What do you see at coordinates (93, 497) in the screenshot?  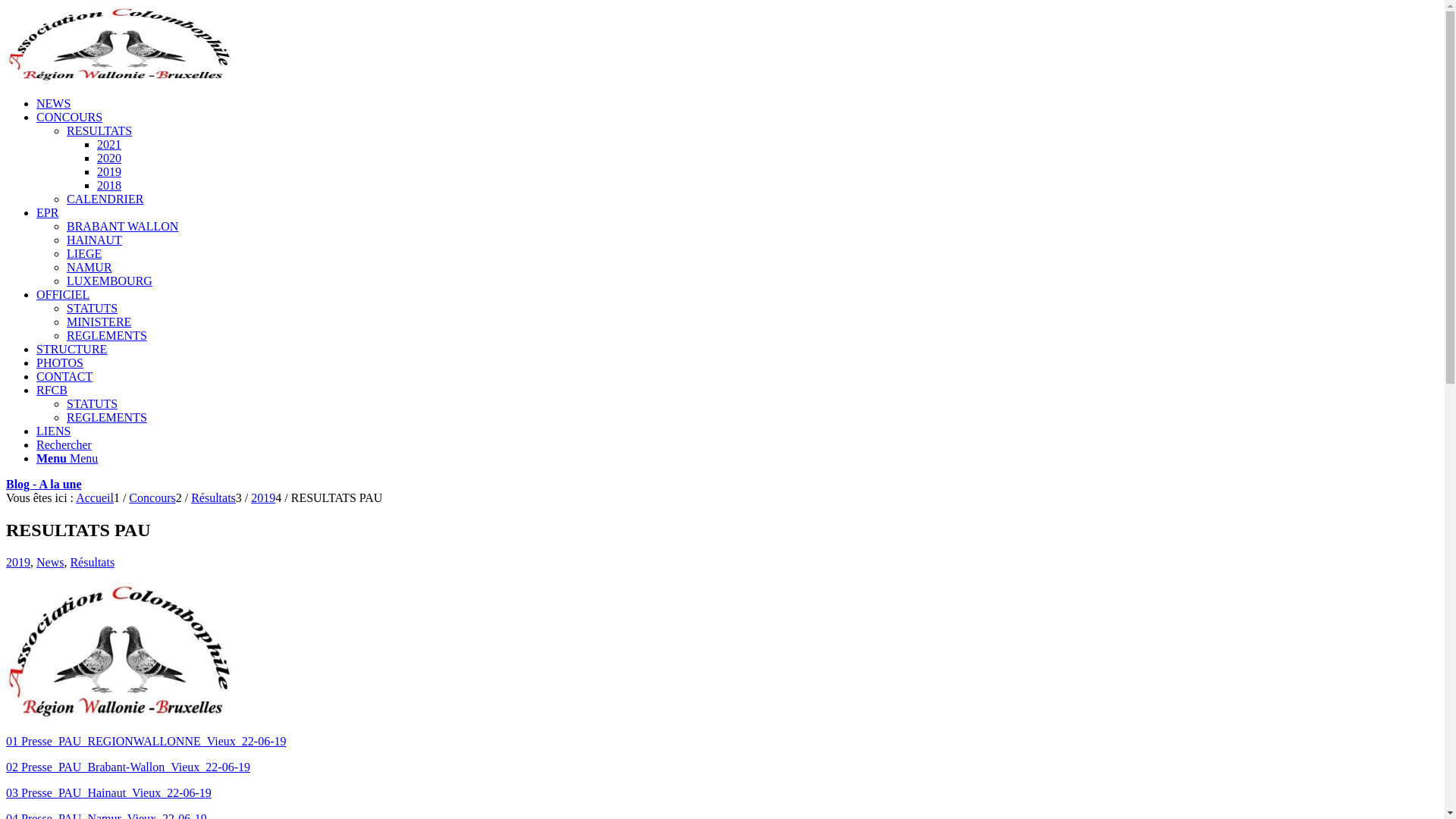 I see `'Accueil'` at bounding box center [93, 497].